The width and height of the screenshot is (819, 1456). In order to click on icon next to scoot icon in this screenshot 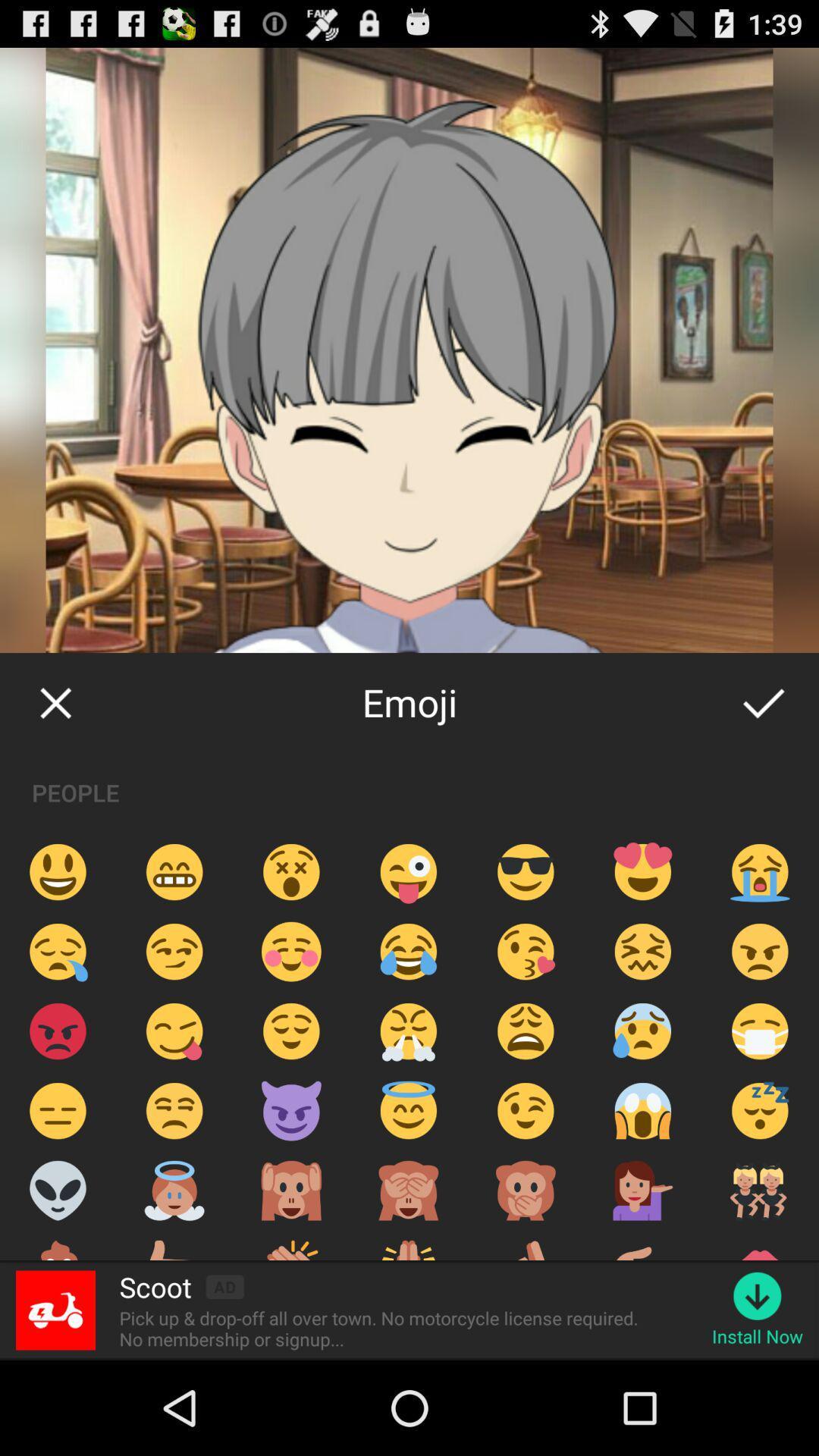, I will do `click(224, 1286)`.